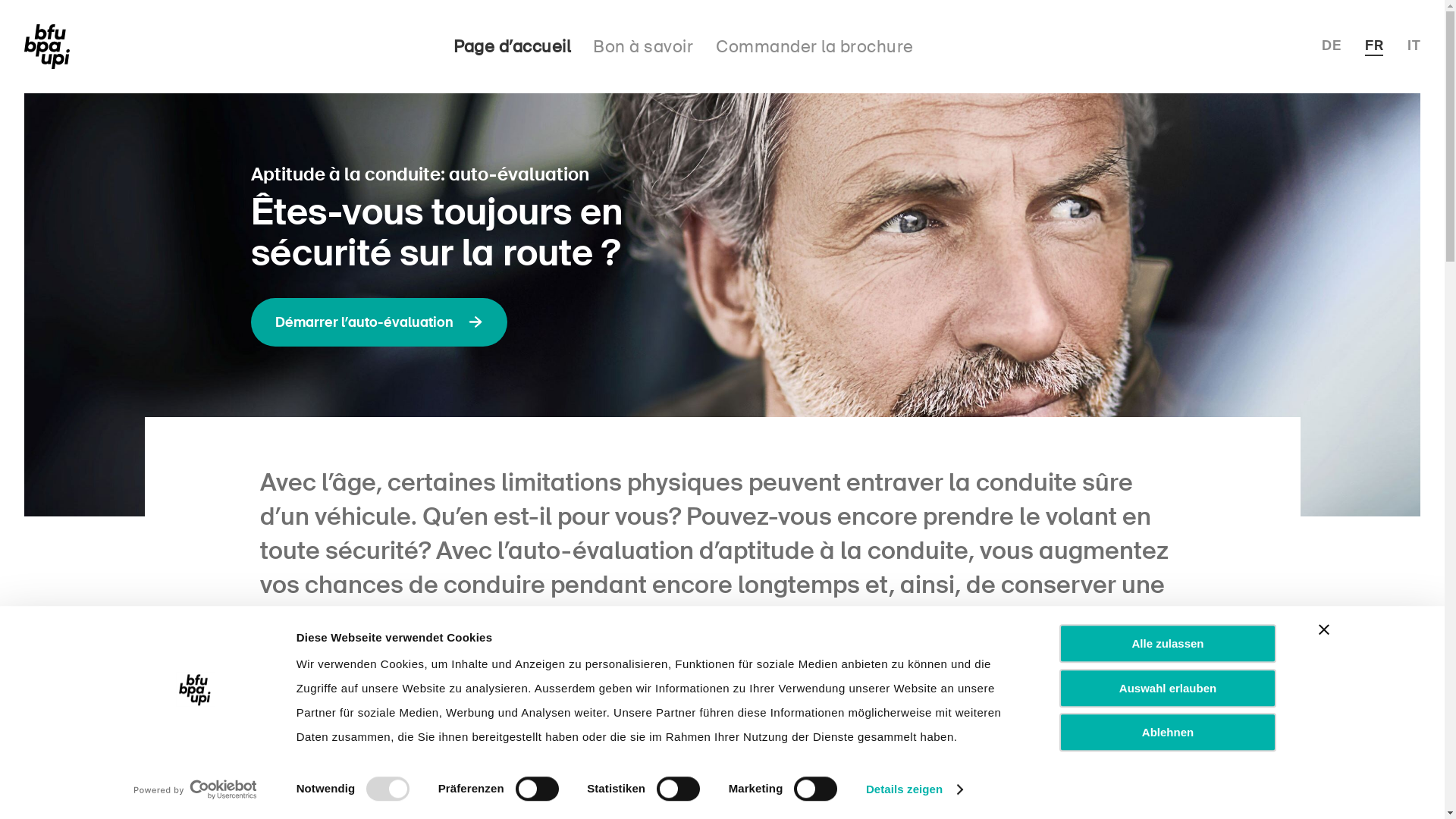 The height and width of the screenshot is (819, 1456). What do you see at coordinates (1167, 731) in the screenshot?
I see `'Ablehnen'` at bounding box center [1167, 731].